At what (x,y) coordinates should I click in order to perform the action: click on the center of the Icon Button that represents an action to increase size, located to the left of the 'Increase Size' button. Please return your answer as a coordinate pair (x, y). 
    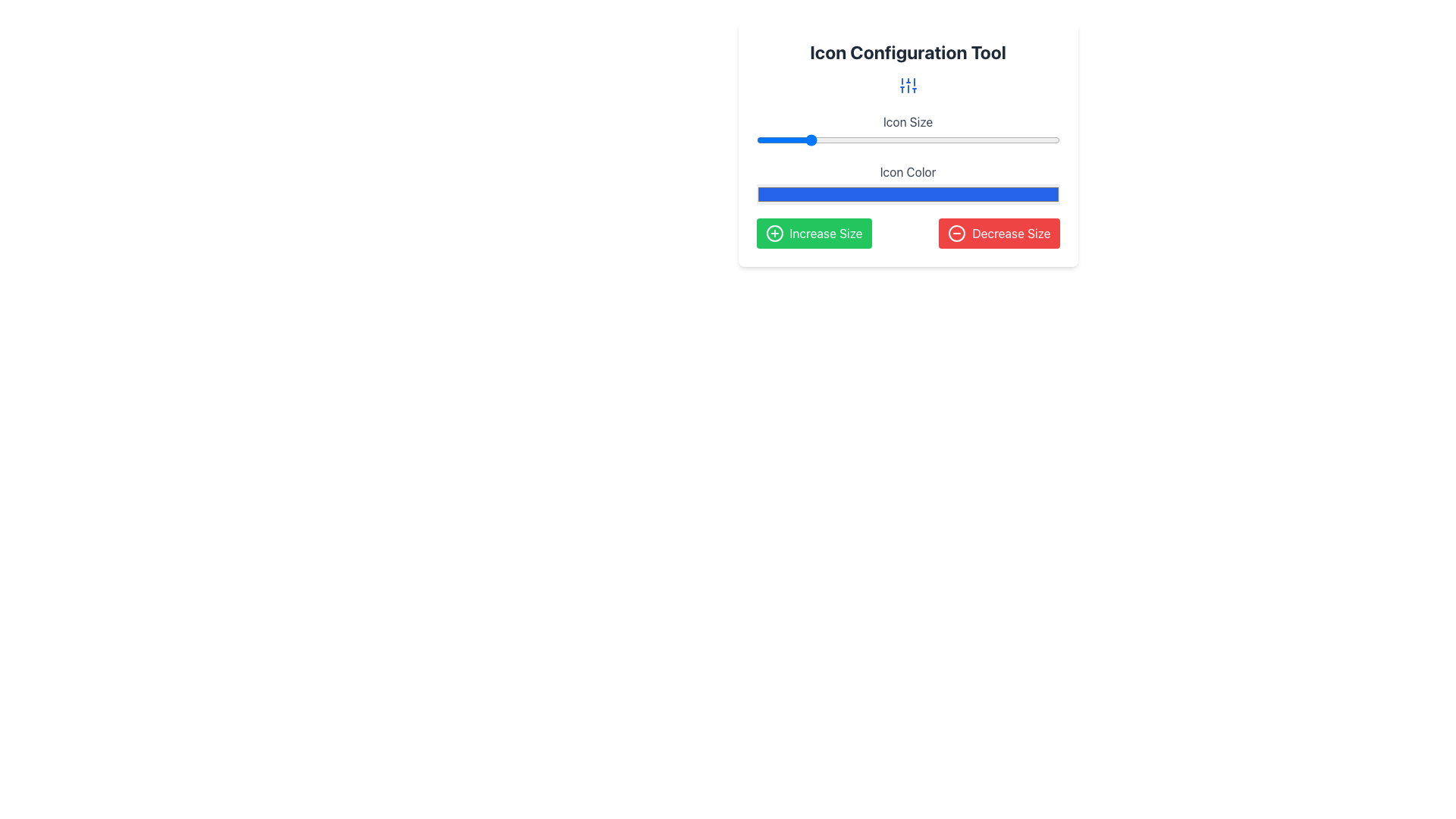
    Looking at the image, I should click on (774, 234).